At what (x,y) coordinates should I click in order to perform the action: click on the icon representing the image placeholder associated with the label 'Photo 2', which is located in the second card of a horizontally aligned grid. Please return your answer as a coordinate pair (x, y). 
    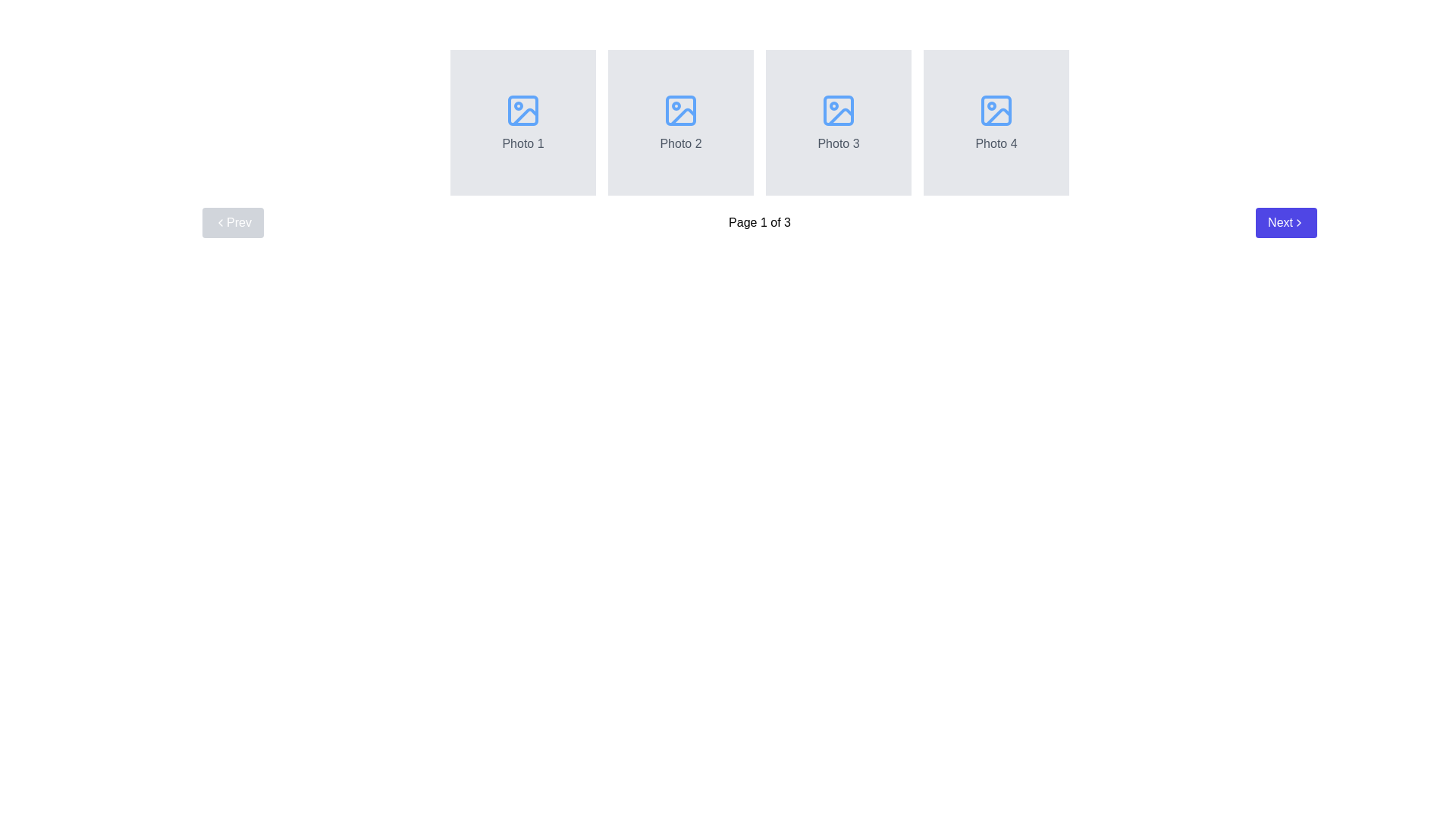
    Looking at the image, I should click on (679, 110).